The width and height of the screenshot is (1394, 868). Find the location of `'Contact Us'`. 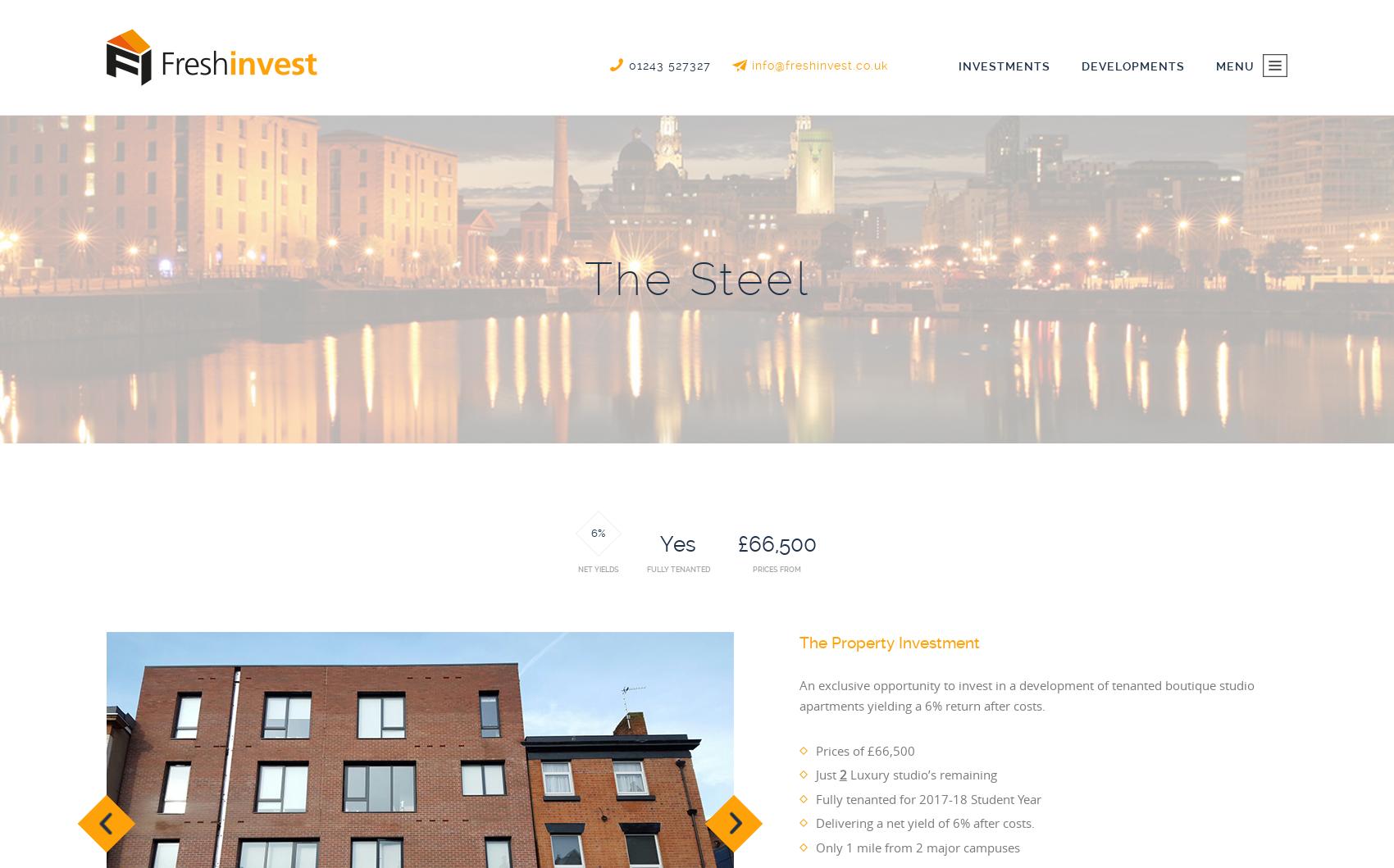

'Contact Us' is located at coordinates (1281, 336).